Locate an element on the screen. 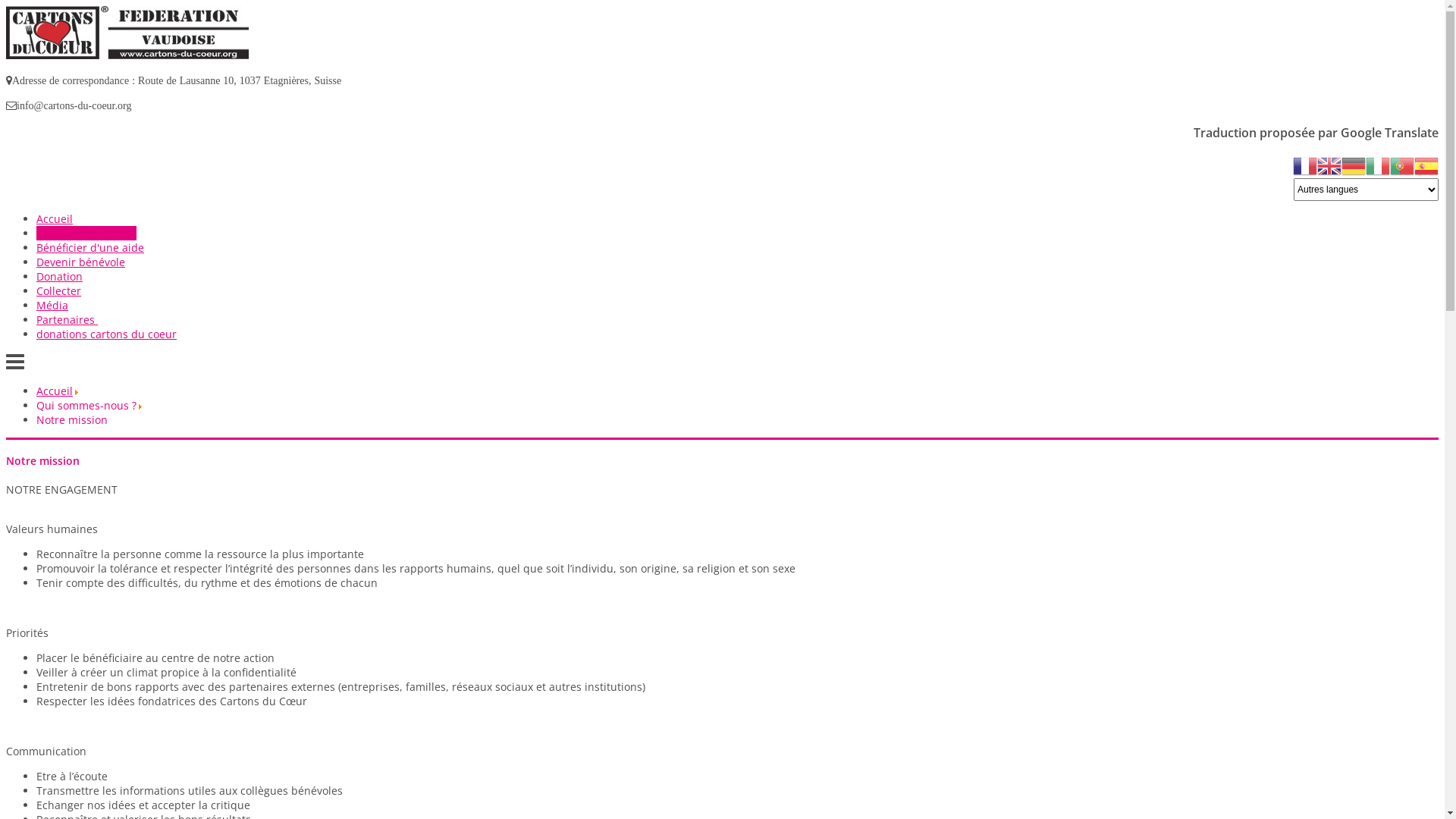  'French' is located at coordinates (1304, 165).